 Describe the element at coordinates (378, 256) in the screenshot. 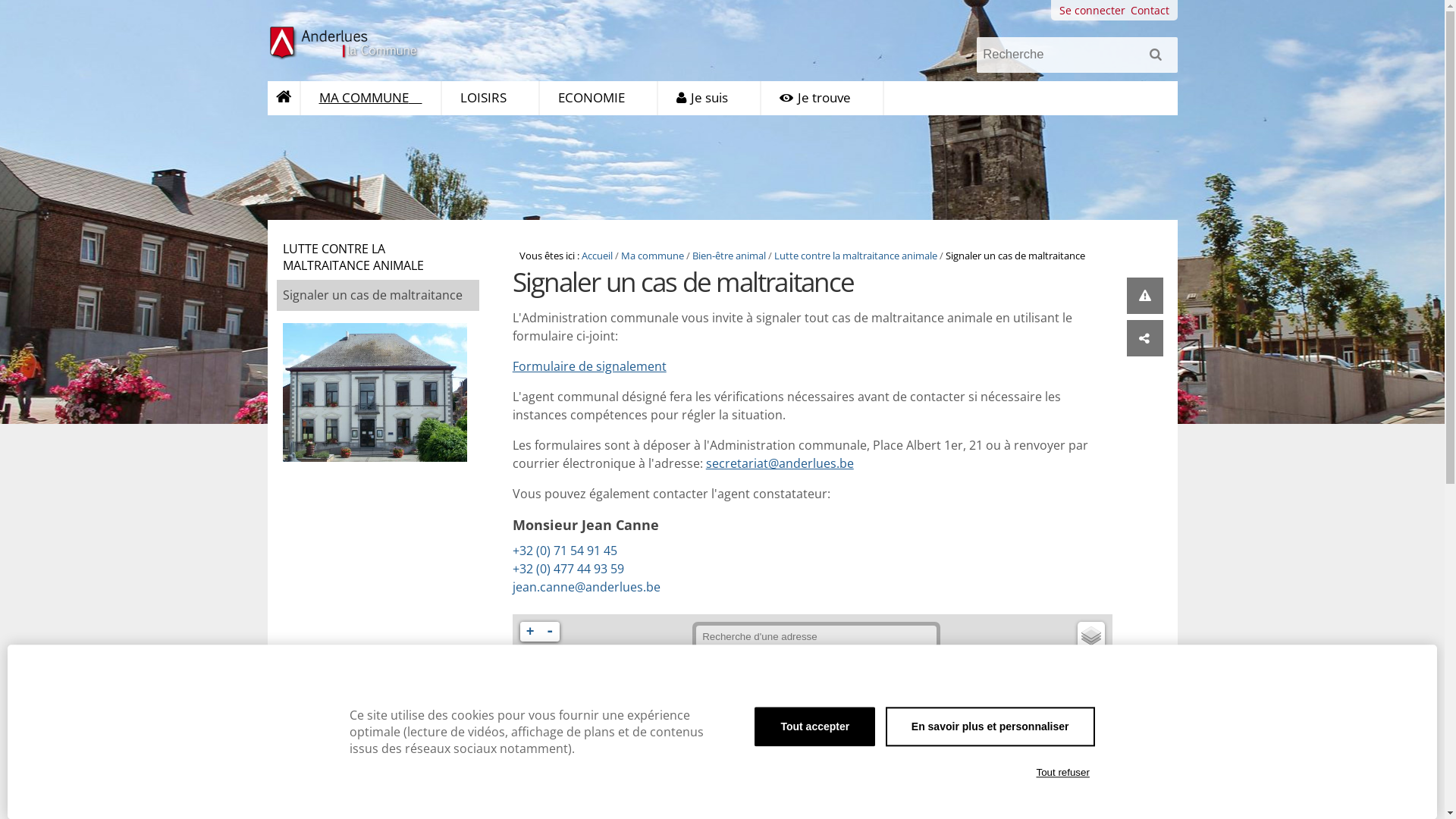

I see `'LUTTE CONTRE LA MALTRAITANCE ANIMALE'` at that location.